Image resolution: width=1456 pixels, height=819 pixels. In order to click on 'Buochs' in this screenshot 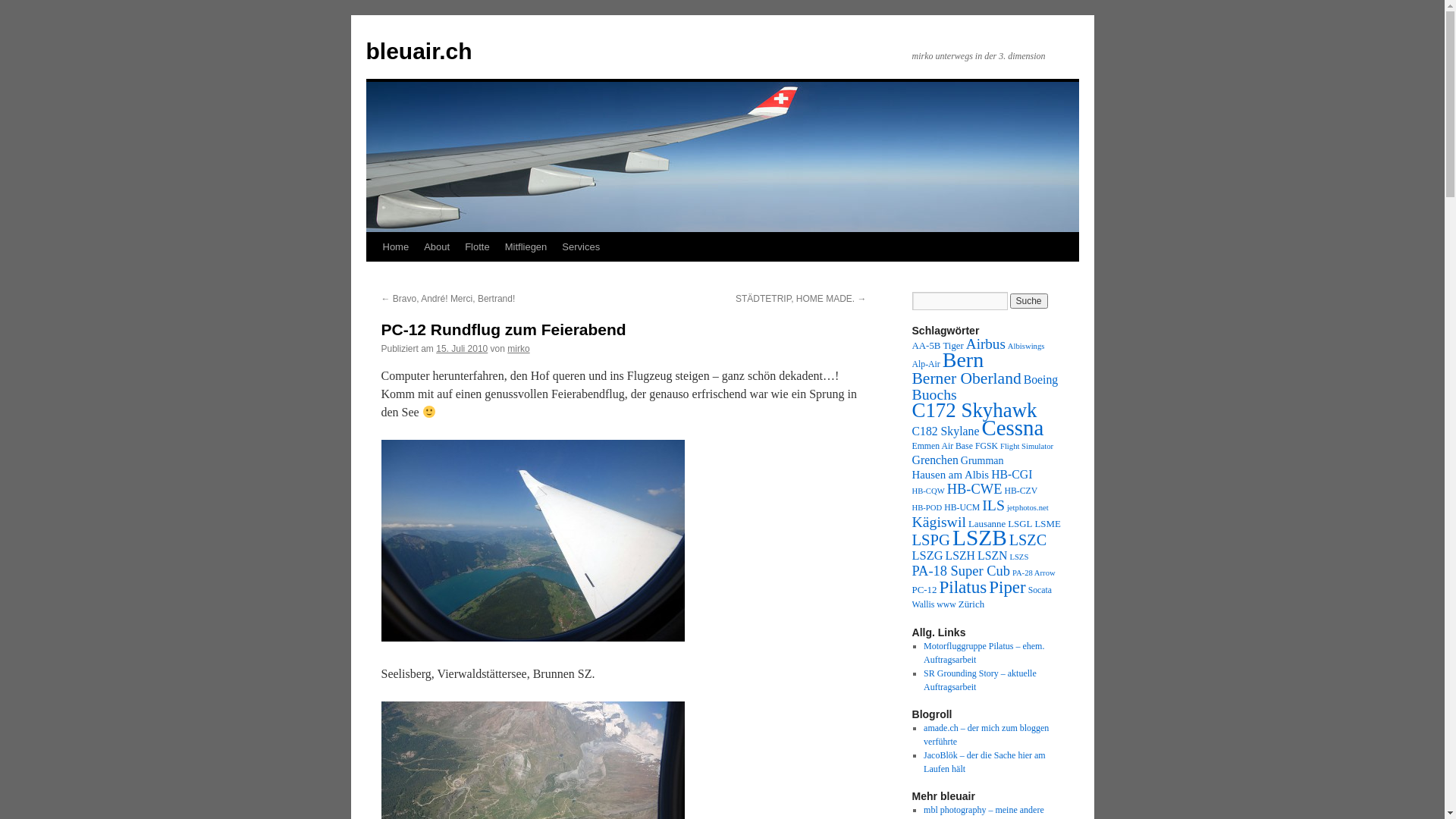, I will do `click(933, 394)`.